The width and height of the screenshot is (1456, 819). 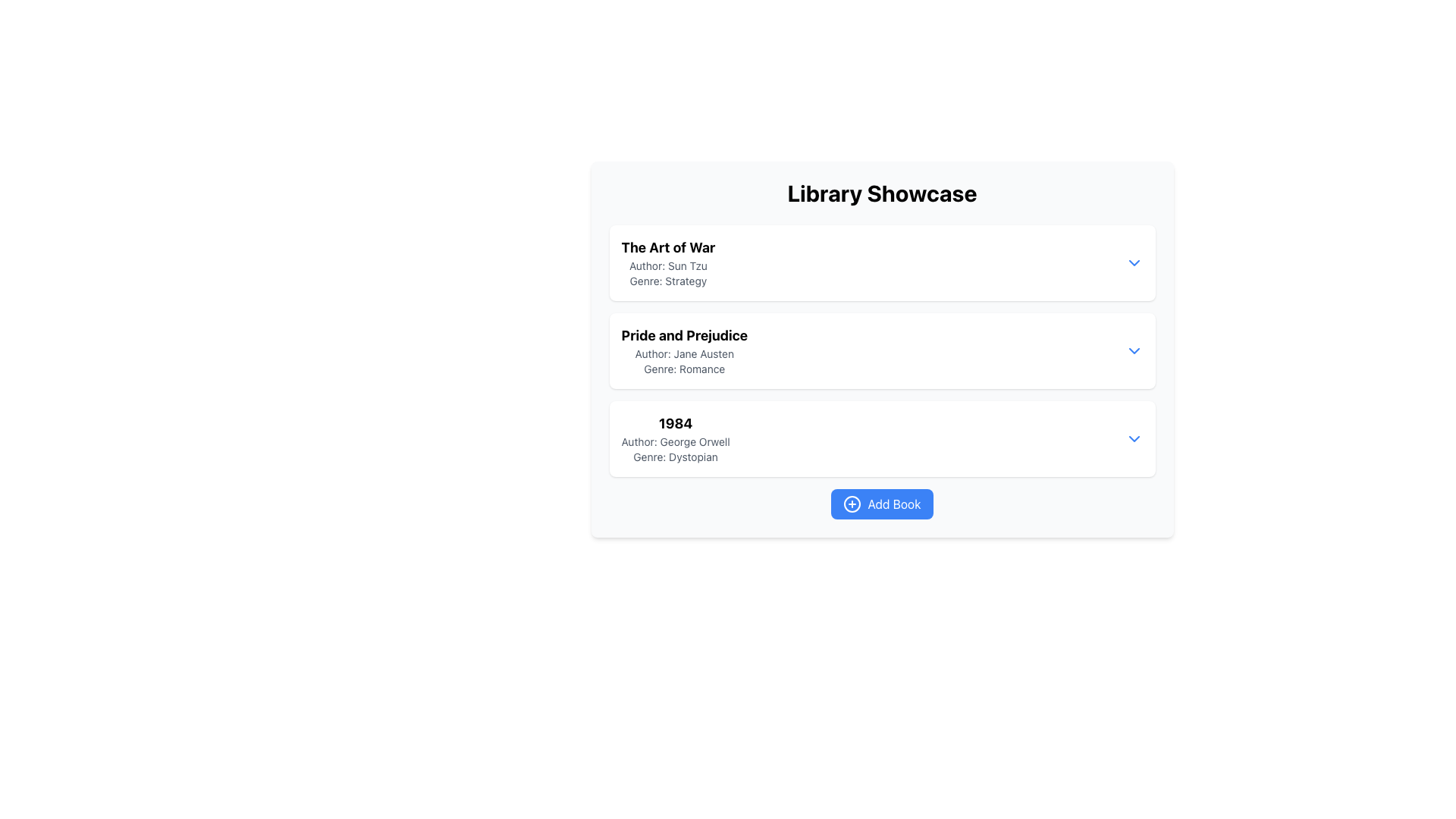 I want to click on the information card displaying details about the book '1984', which is the third item in the 'Library Showcase' section, located between the 'Pride and Prejudice' card and the 'Add Book' button, so click(x=882, y=438).